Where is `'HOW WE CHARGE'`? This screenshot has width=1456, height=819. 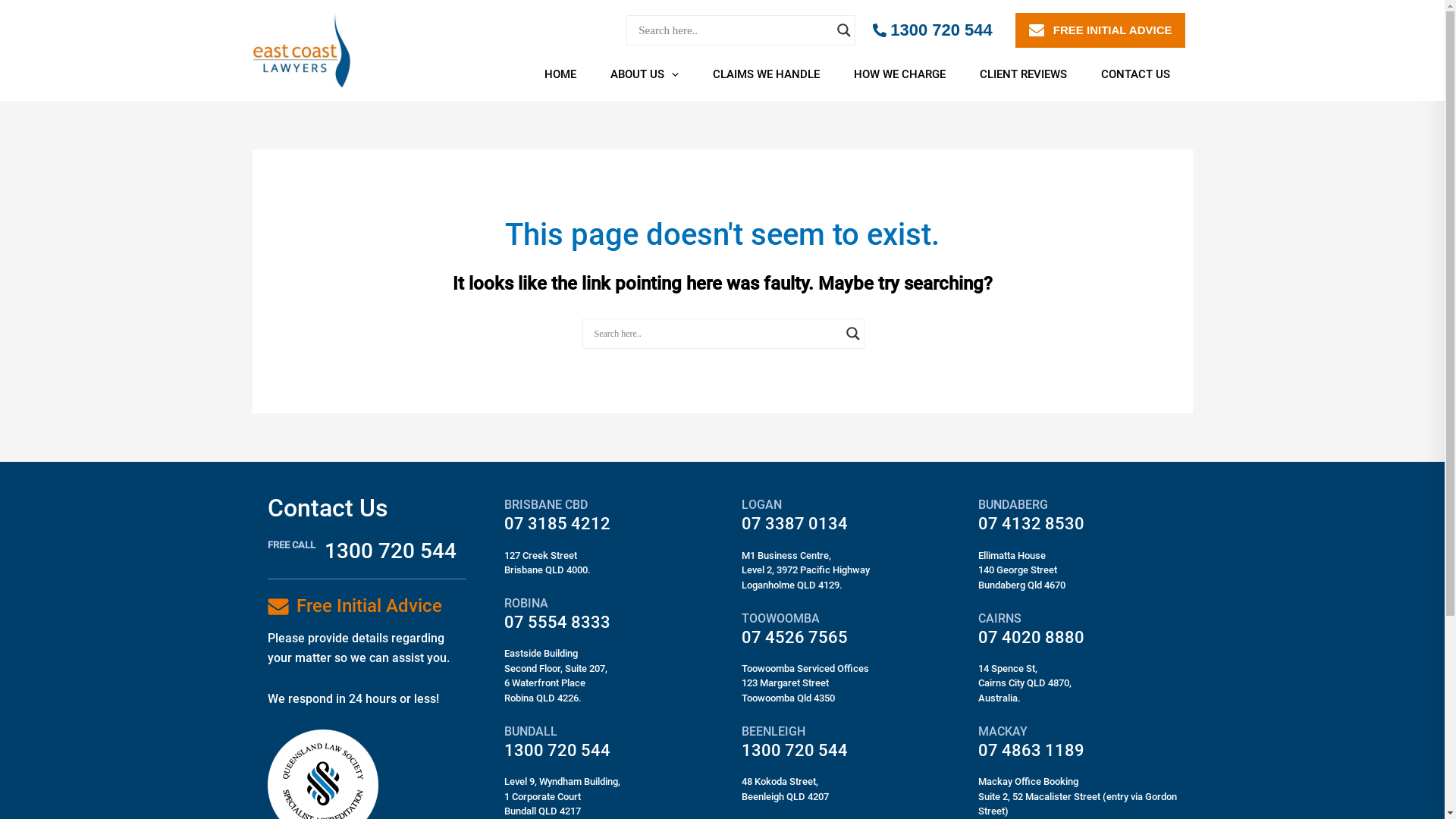 'HOW WE CHARGE' is located at coordinates (905, 74).